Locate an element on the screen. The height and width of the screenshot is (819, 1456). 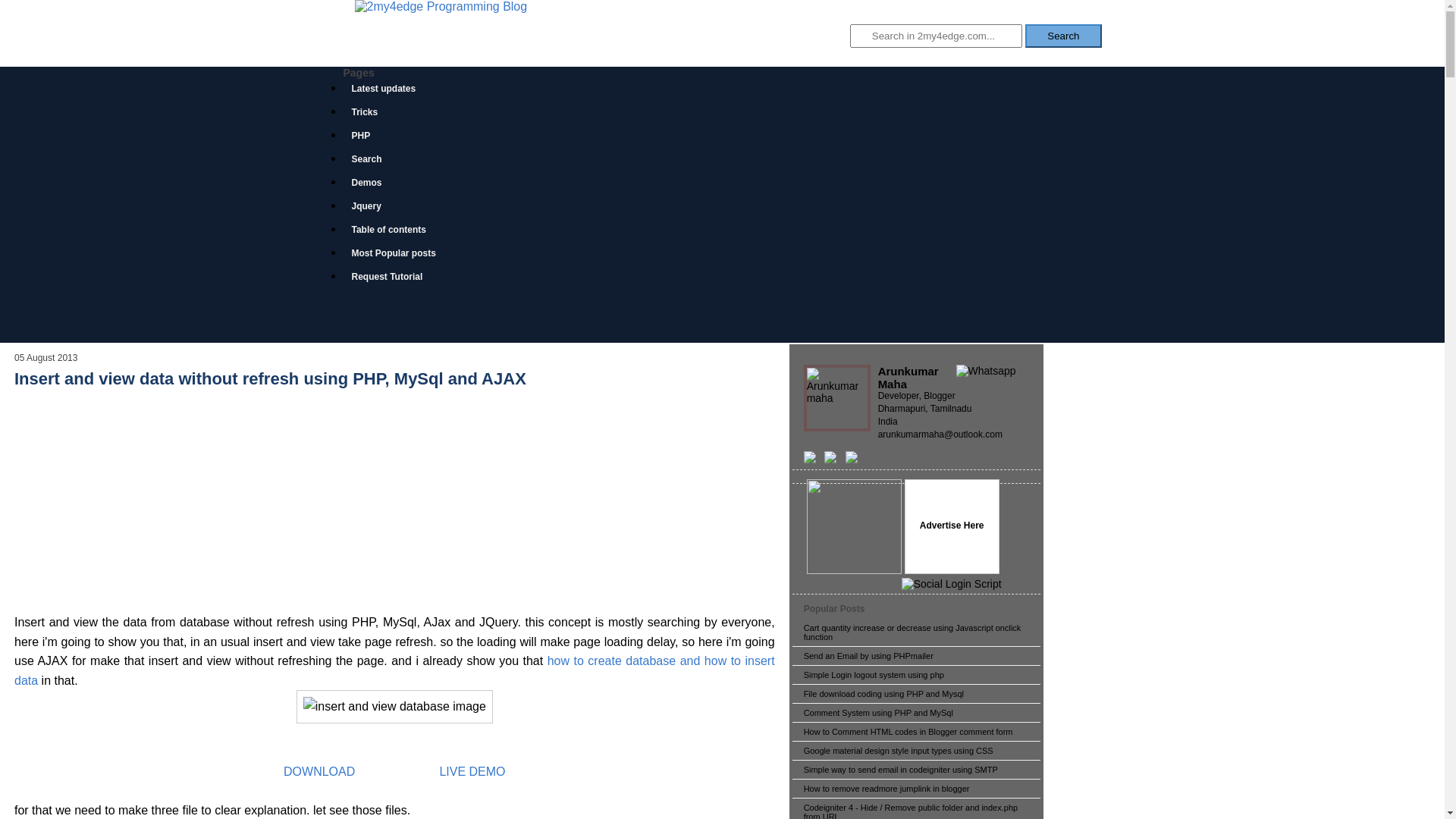
'File download coding using PHP and Mysql' is located at coordinates (883, 693).